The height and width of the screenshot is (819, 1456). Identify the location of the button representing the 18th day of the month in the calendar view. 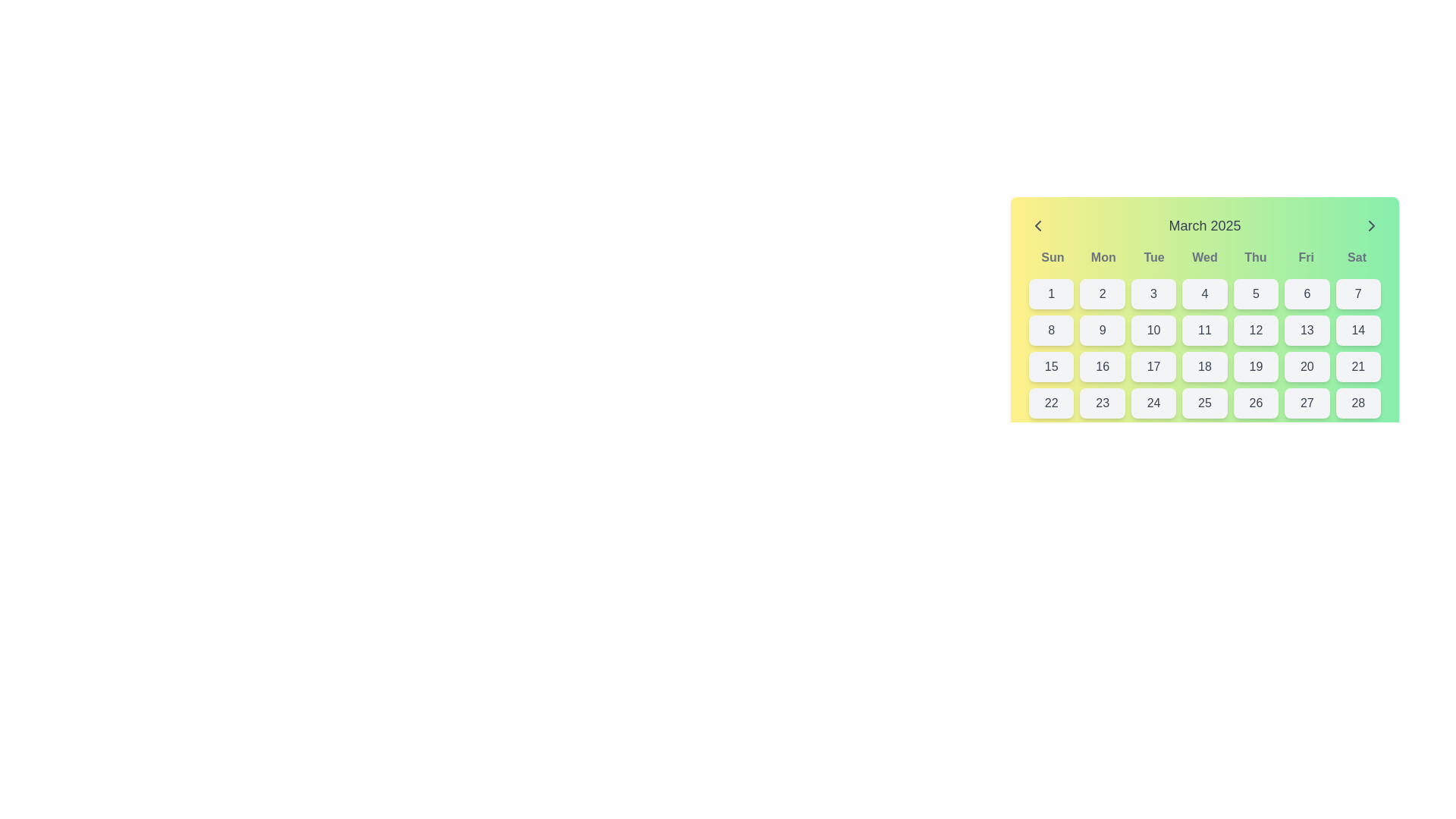
(1203, 366).